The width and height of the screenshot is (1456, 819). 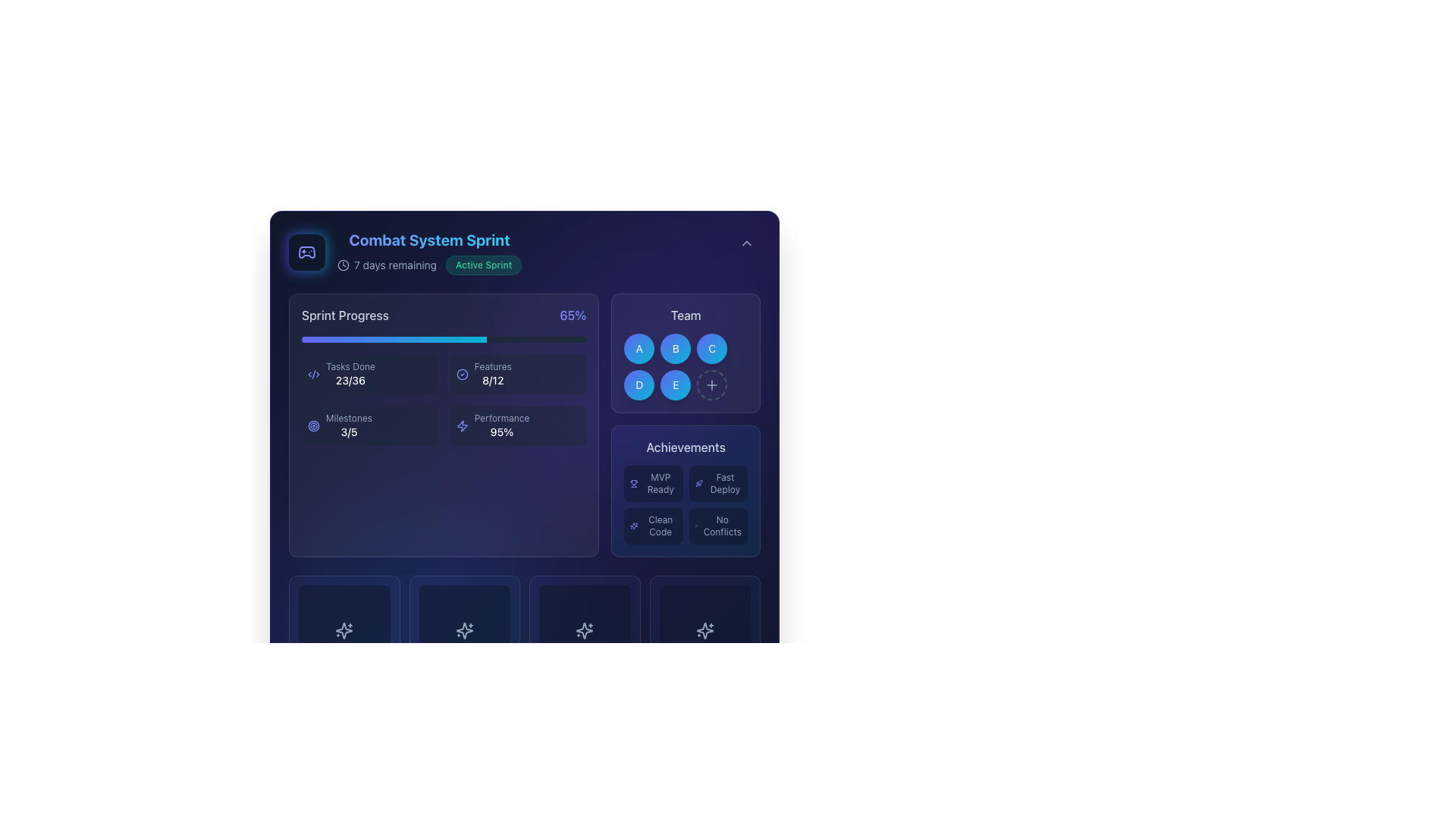 I want to click on the 'MVP Ready' button-like component with a trophy icon in the 'Achievements' section, so click(x=654, y=483).